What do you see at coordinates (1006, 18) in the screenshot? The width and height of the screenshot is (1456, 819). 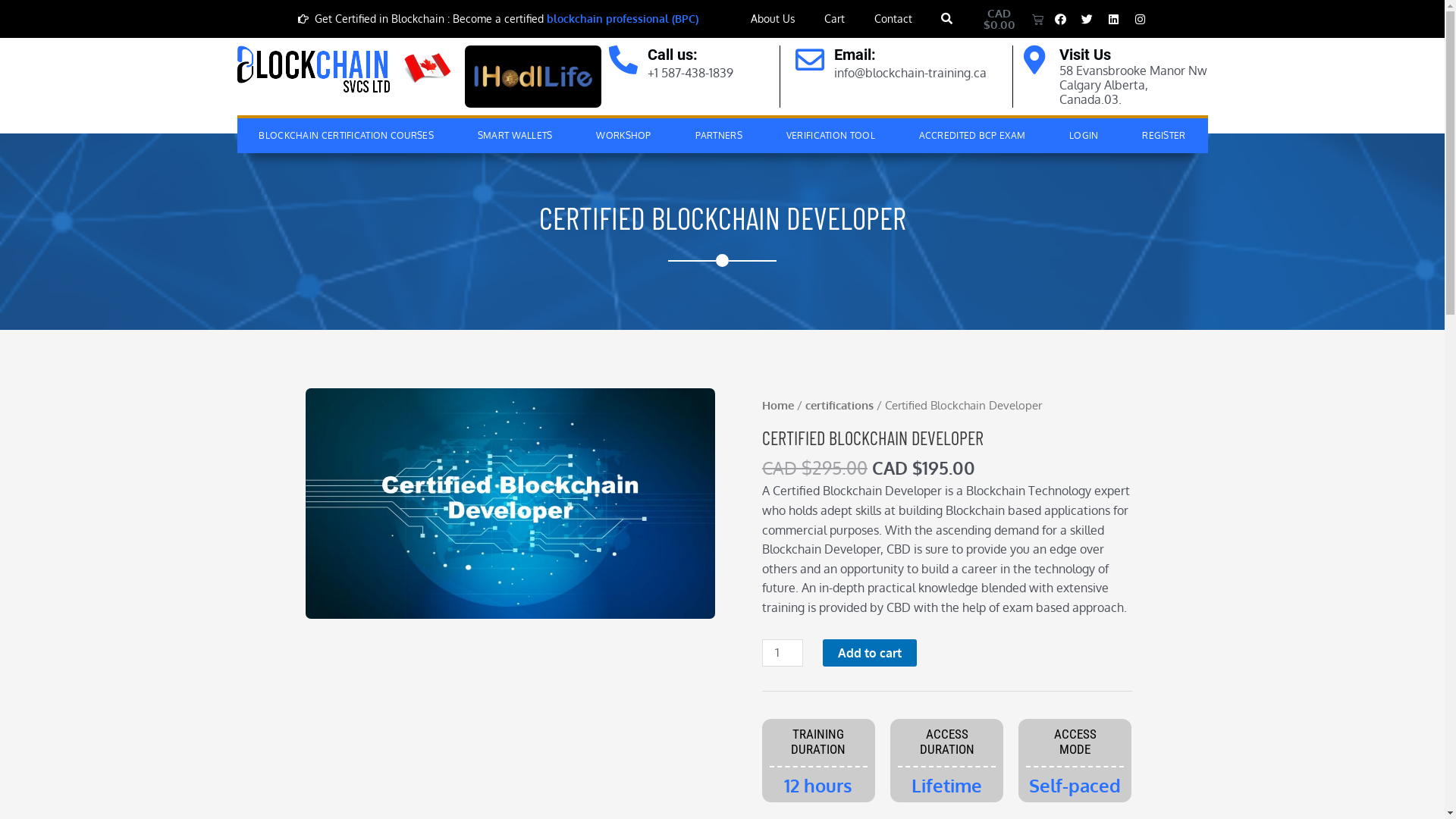 I see `'CAD $0.00` at bounding box center [1006, 18].